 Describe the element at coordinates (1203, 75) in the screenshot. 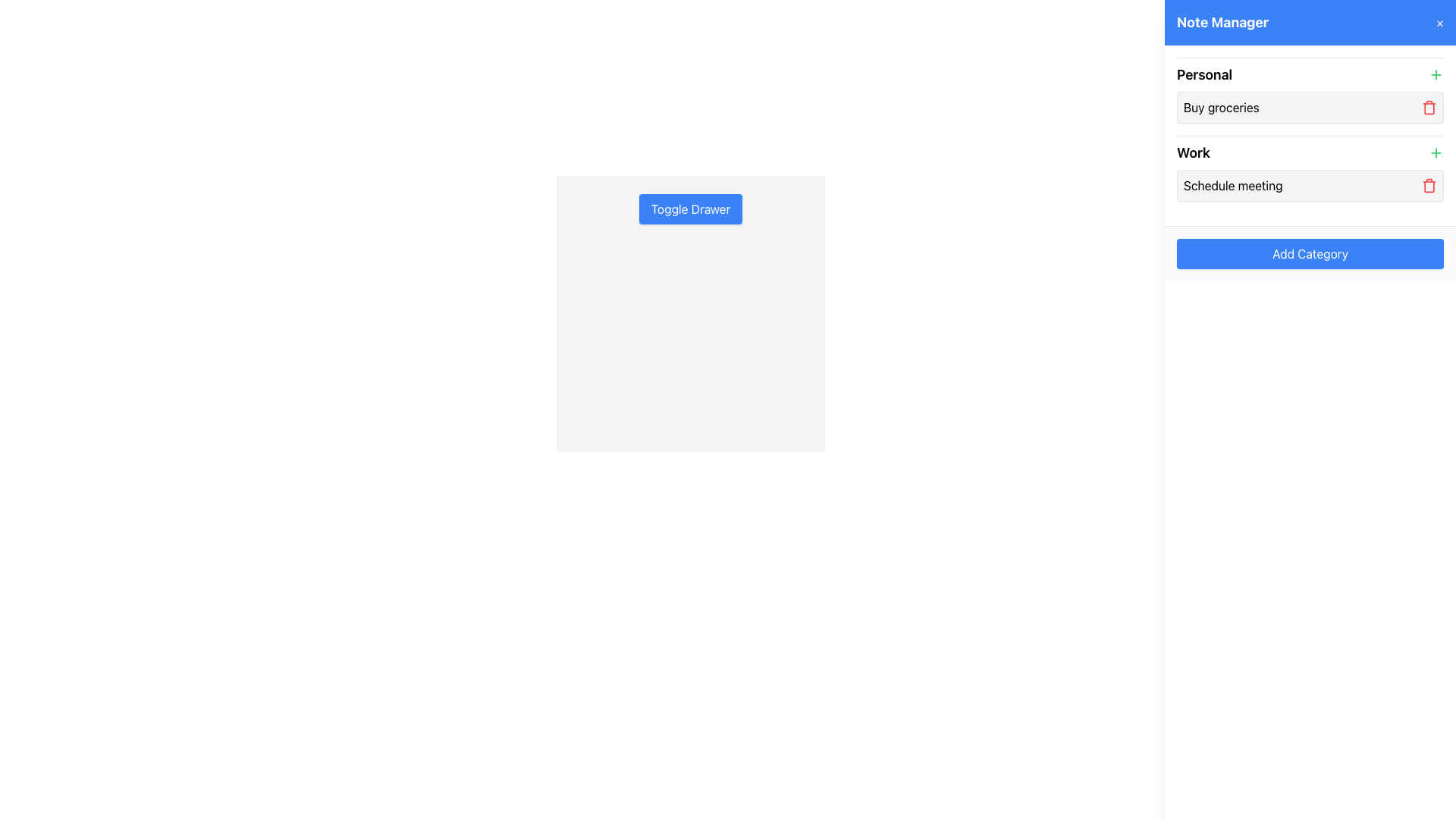

I see `the text label displaying 'Personal' in bold, located in the top-left quadrant of the 'Note Manager' section, above the items 'Buy groceries' and 'Schedule meeting'` at that location.